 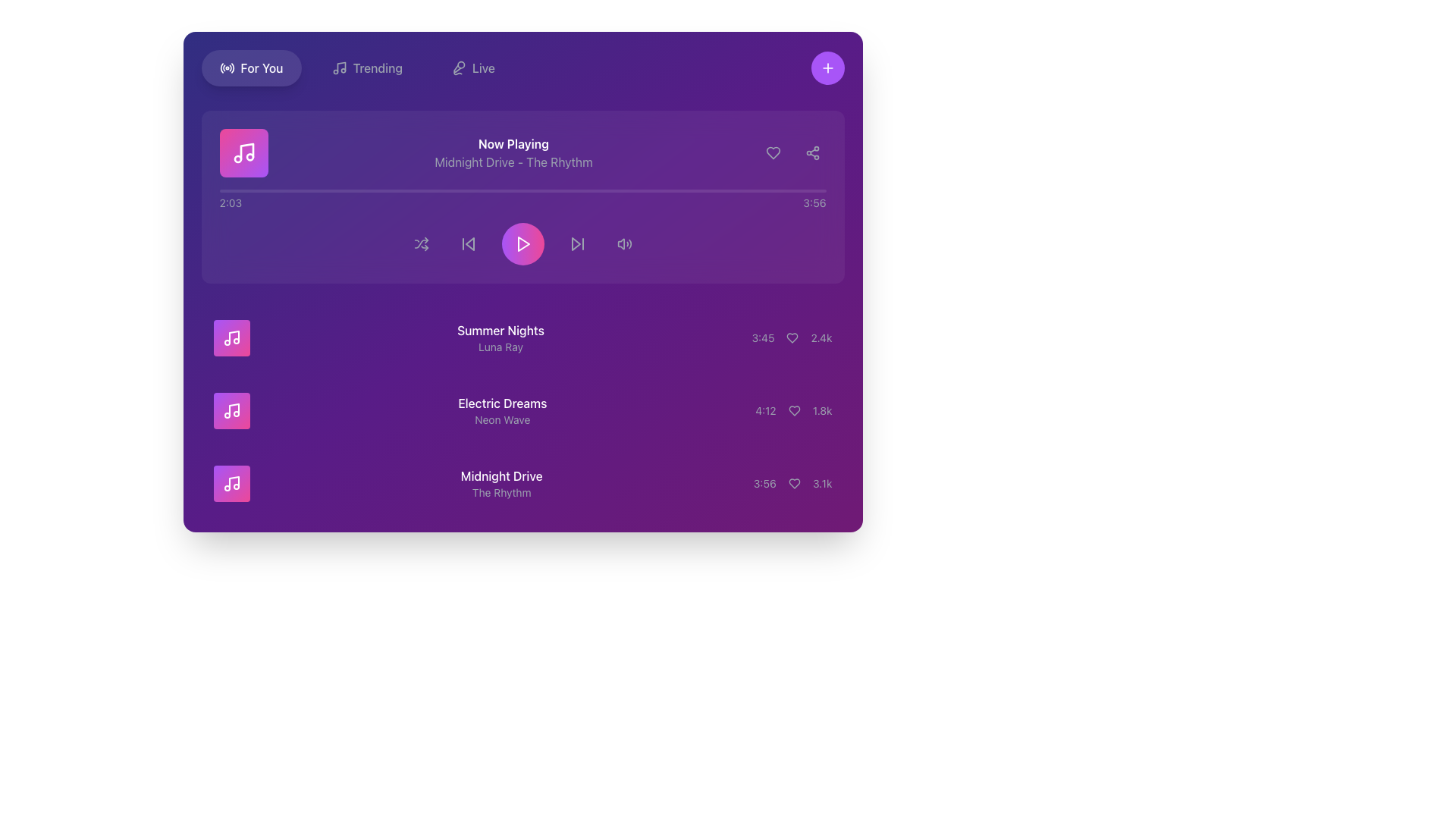 What do you see at coordinates (467, 243) in the screenshot?
I see `the skip-backward button, which is styled as an icon with a left-pointing arrow followed by a vertical line, to skip to the previous track` at bounding box center [467, 243].